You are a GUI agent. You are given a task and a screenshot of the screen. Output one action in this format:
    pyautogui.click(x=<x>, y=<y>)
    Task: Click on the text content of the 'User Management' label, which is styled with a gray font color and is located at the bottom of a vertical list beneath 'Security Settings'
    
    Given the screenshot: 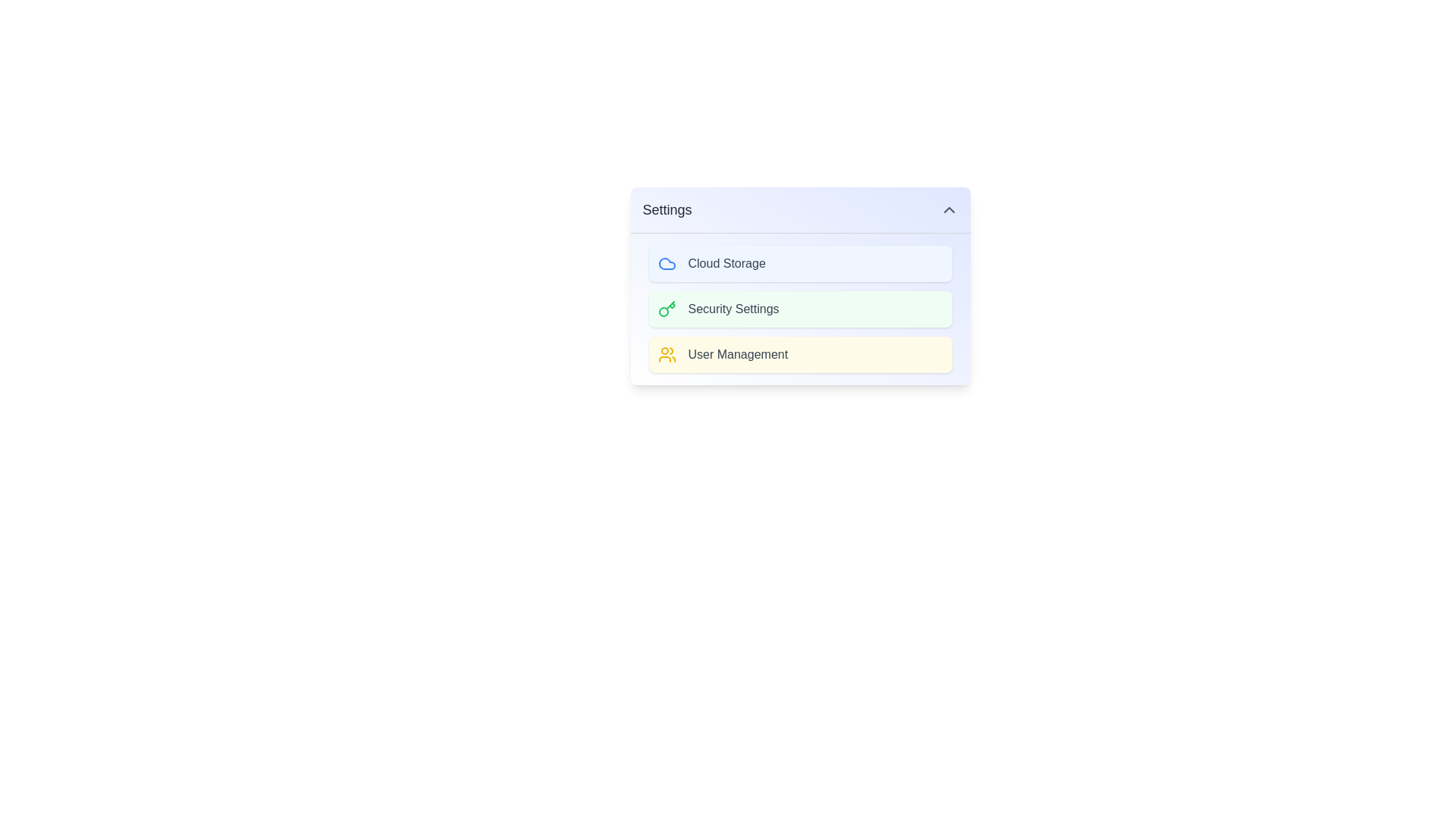 What is the action you would take?
    pyautogui.click(x=738, y=354)
    